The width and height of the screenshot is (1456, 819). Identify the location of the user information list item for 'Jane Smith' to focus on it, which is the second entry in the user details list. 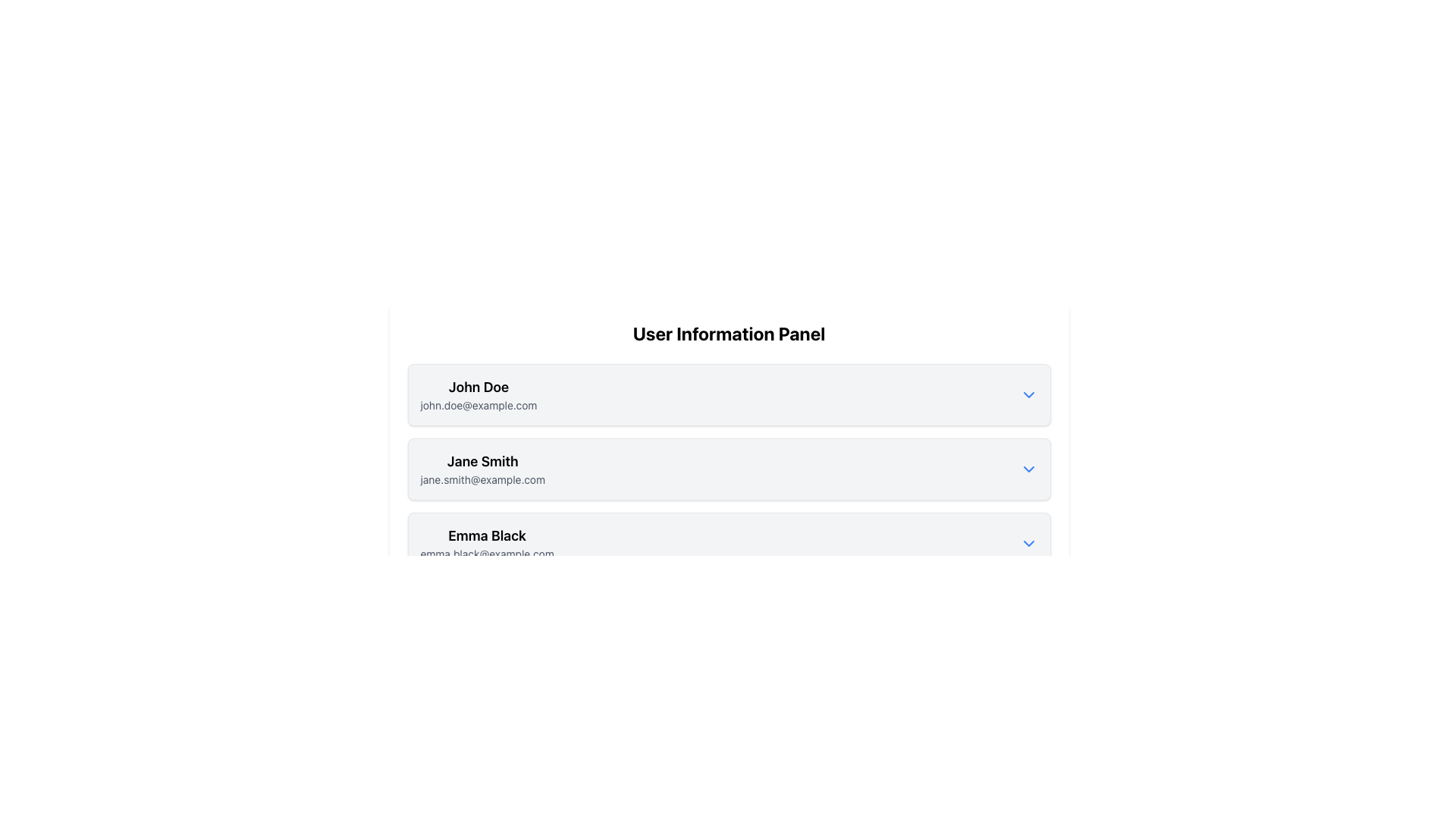
(729, 468).